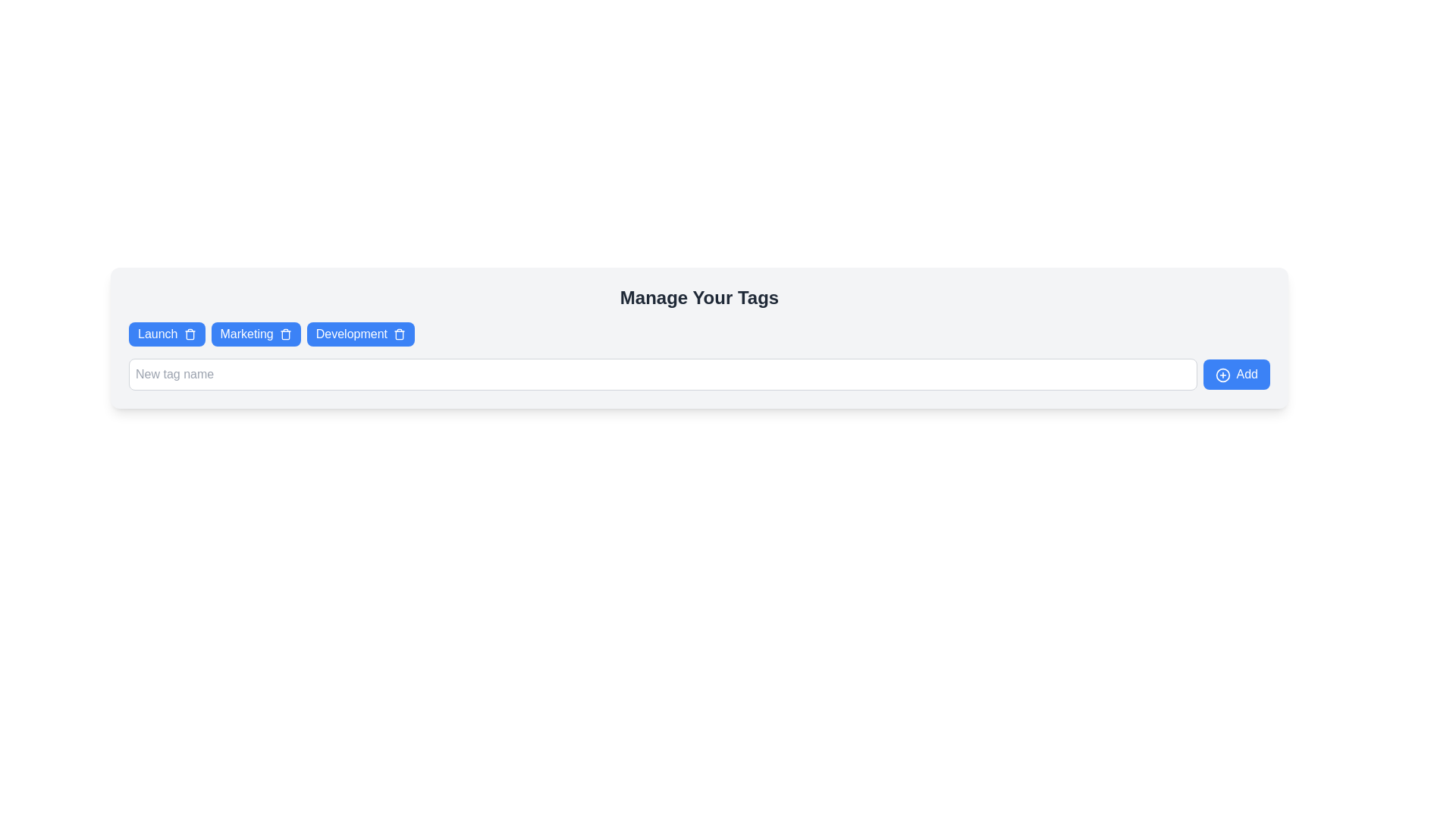  I want to click on the 'Development' button text, which is styled with a bold white font on a blue background, to focus on it, so click(350, 333).